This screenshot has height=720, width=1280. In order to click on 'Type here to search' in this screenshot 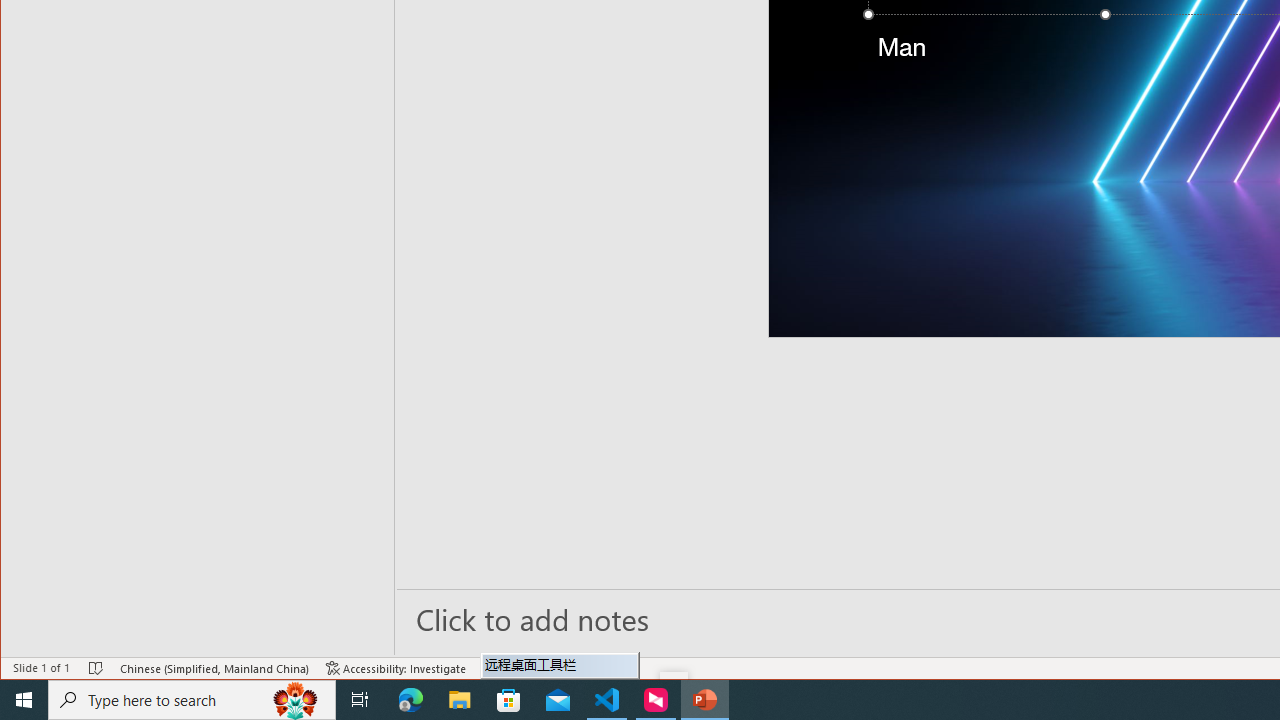, I will do `click(192, 698)`.